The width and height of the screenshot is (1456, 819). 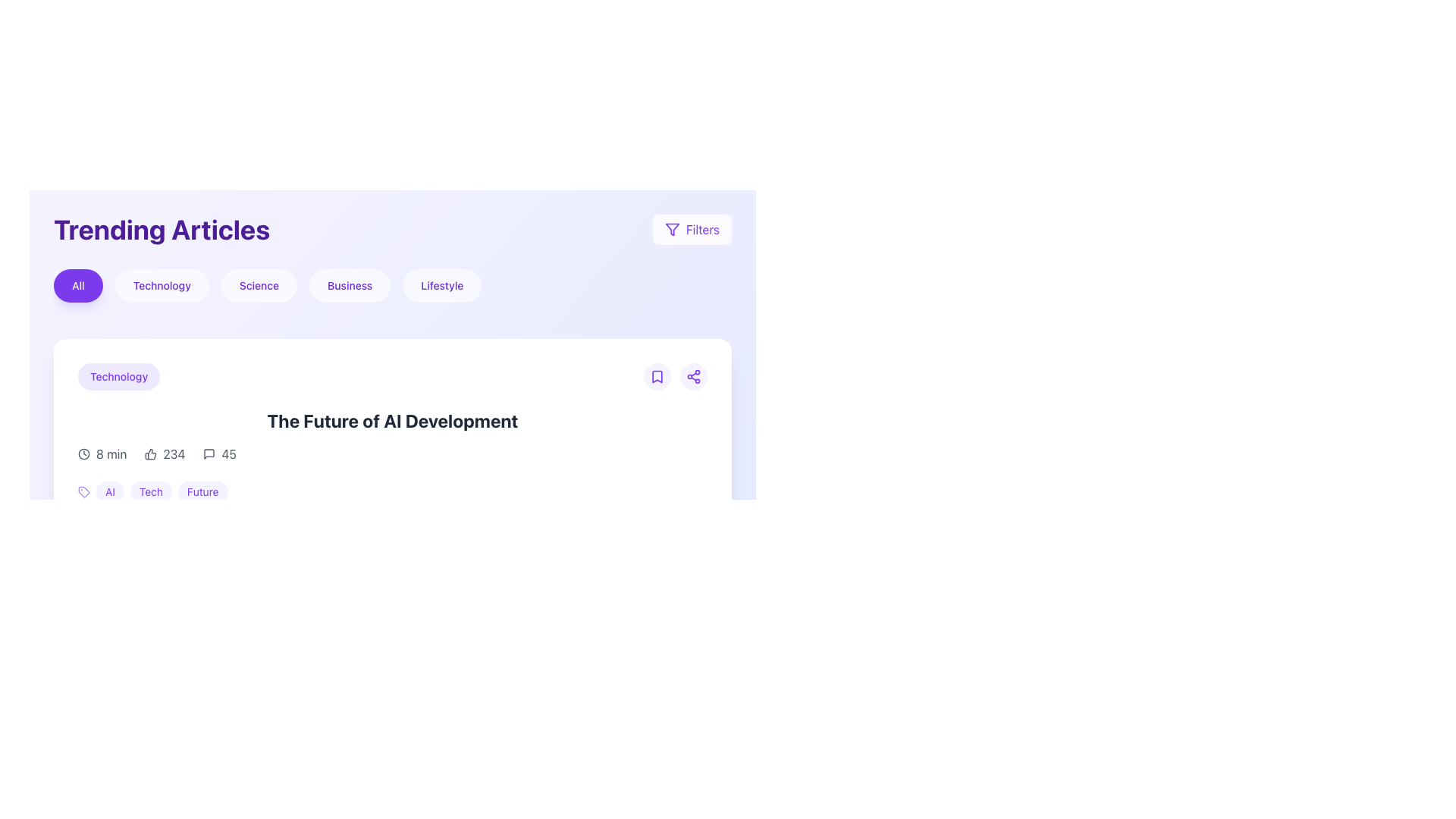 What do you see at coordinates (657, 376) in the screenshot?
I see `the Bookmark icon located to the right of the article titled 'The Future of AI Development' to bookmark the article` at bounding box center [657, 376].